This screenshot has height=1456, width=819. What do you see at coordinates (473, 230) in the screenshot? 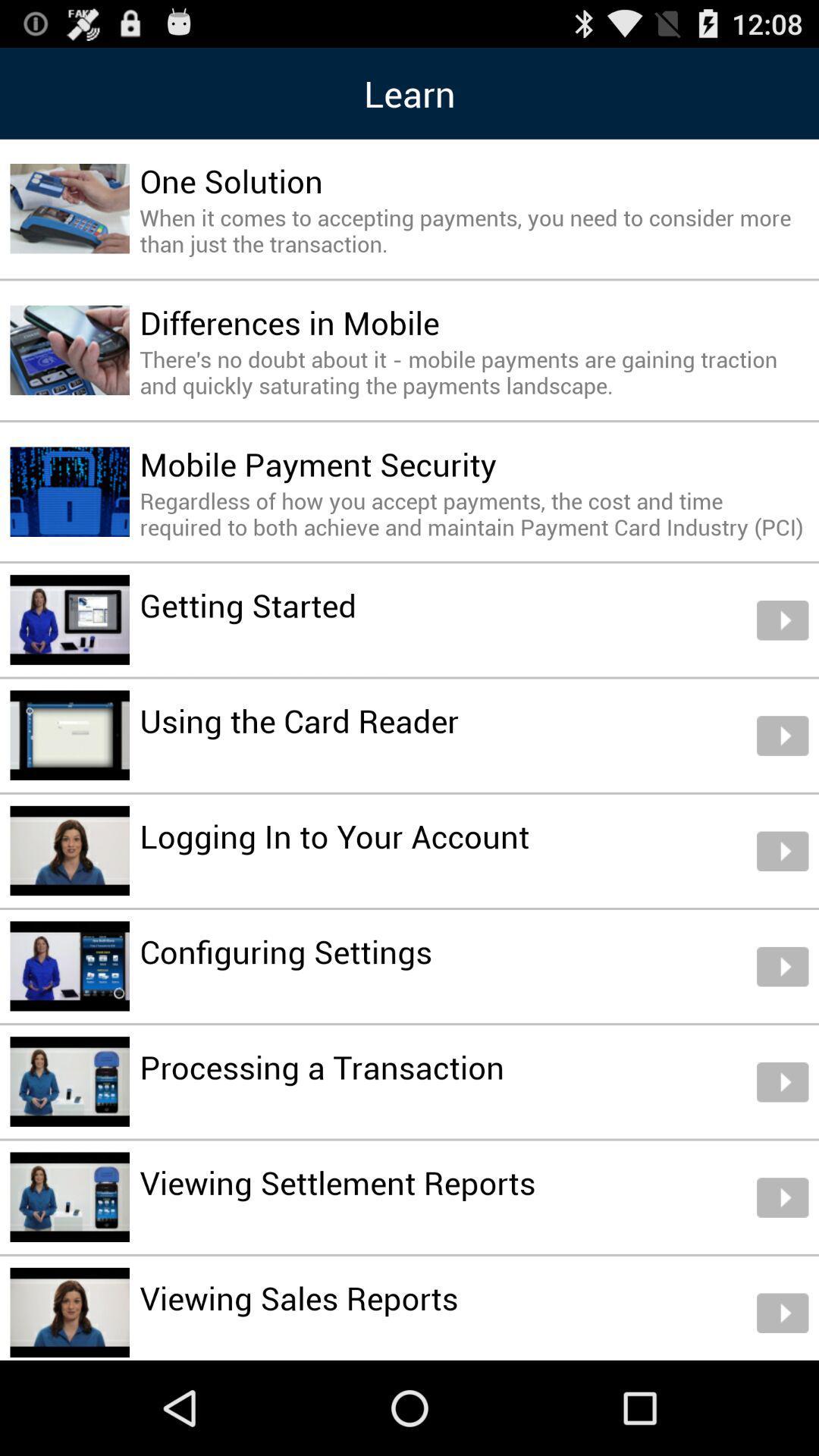
I see `the when it comes item` at bounding box center [473, 230].